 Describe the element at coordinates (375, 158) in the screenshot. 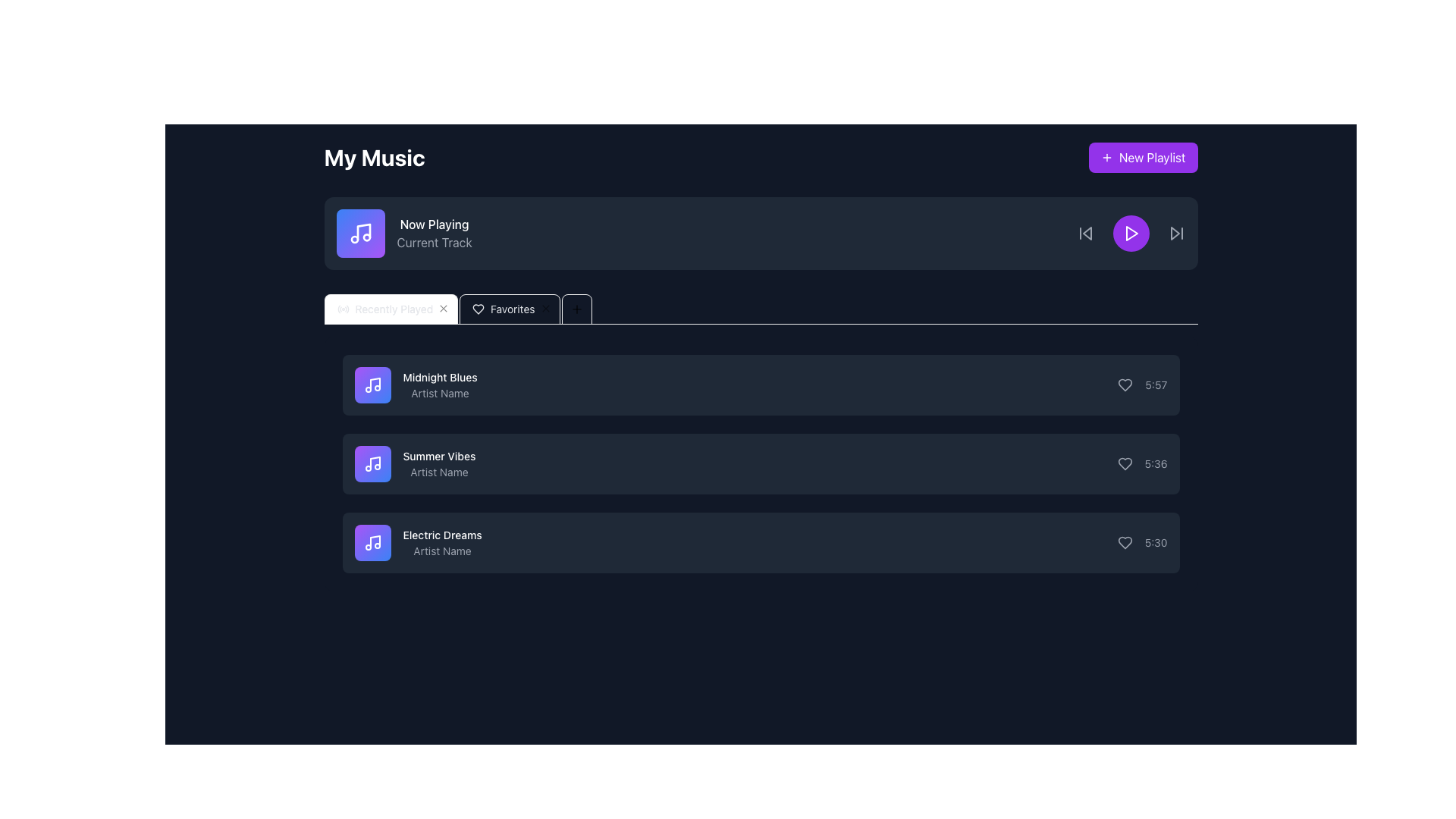

I see `the static text element displaying 'My Music' in bold, large-sized white font located on the top-left side of the interface` at that location.